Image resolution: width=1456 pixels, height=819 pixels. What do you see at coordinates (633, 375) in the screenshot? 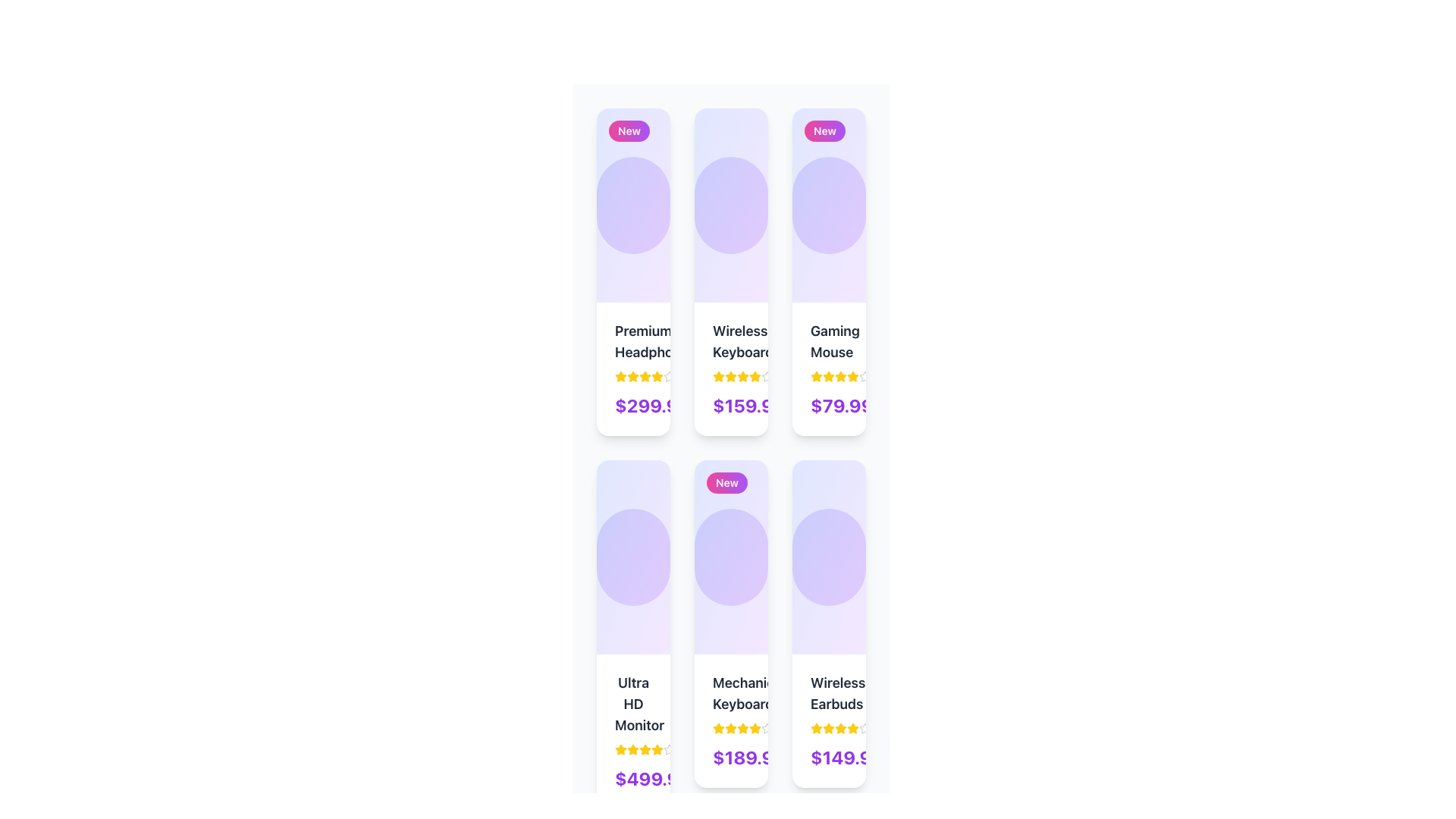
I see `the fourth yellow star icon in the rating system for the 'Premium Headphone' product card` at bounding box center [633, 375].